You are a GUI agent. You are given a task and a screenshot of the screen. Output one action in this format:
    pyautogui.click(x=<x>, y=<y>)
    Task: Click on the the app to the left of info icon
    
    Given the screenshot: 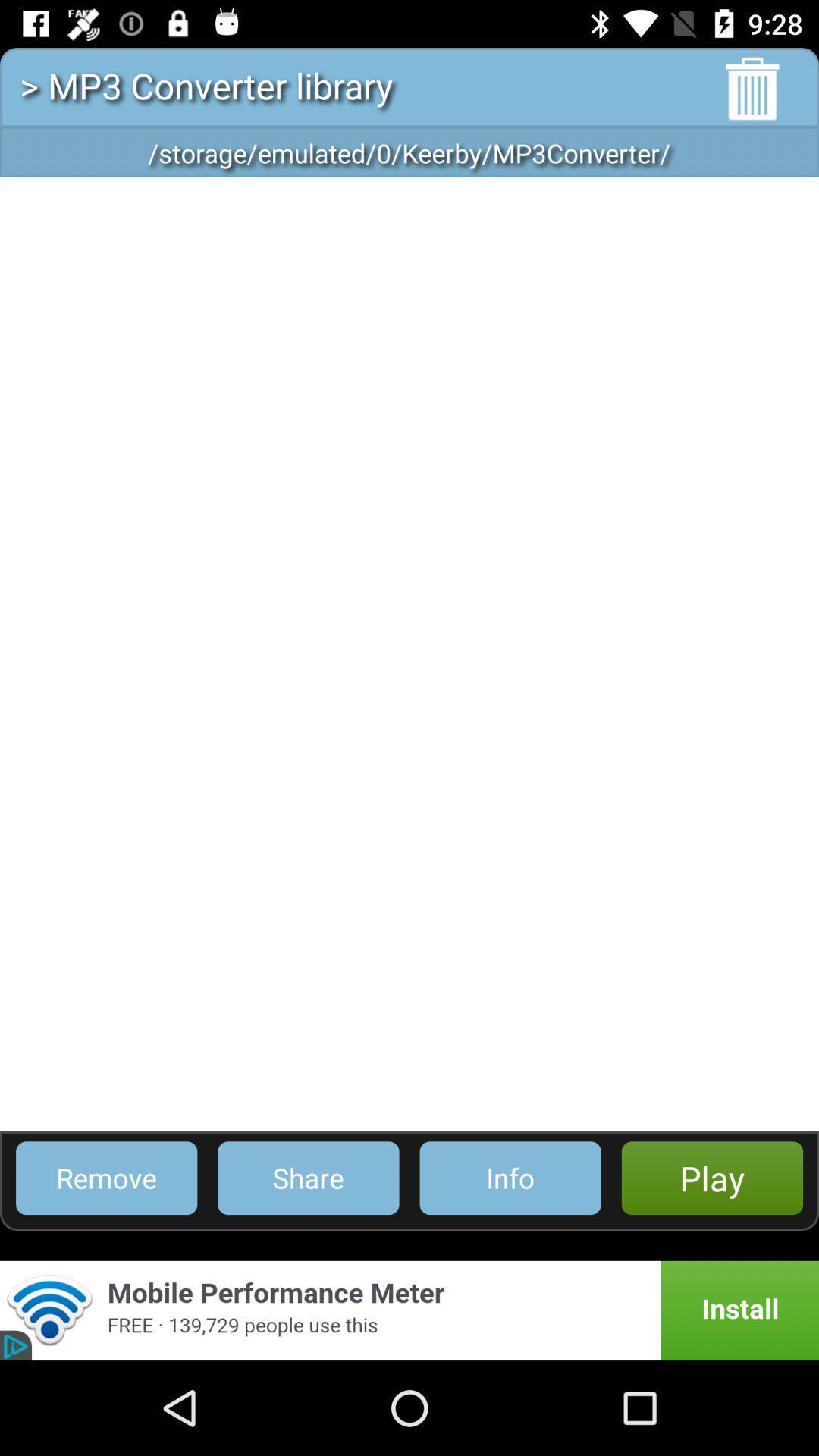 What is the action you would take?
    pyautogui.click(x=307, y=1177)
    